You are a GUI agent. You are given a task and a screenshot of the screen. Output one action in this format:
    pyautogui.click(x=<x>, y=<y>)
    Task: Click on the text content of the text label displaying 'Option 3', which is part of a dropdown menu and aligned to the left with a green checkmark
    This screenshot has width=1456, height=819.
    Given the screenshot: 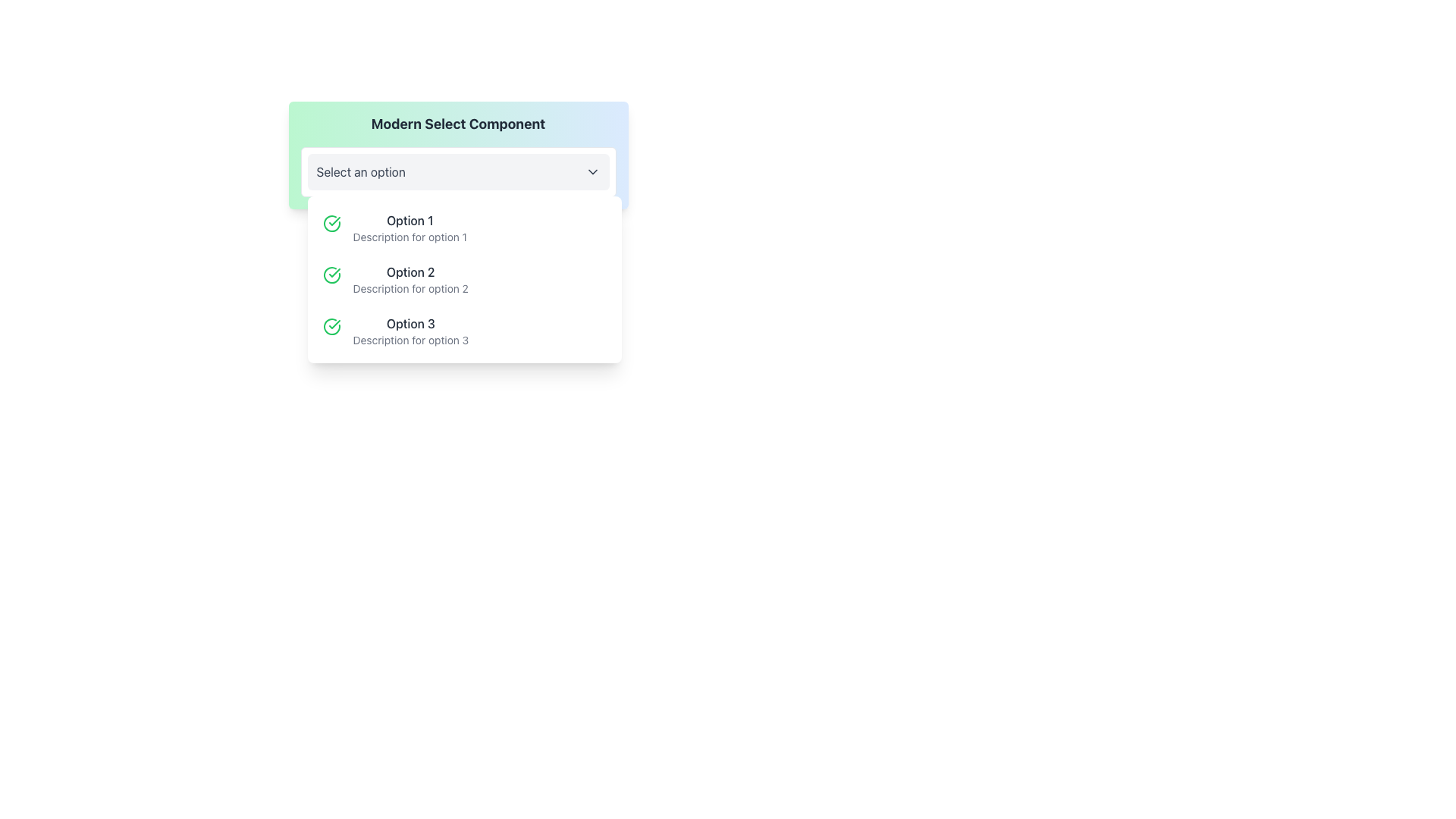 What is the action you would take?
    pyautogui.click(x=410, y=323)
    